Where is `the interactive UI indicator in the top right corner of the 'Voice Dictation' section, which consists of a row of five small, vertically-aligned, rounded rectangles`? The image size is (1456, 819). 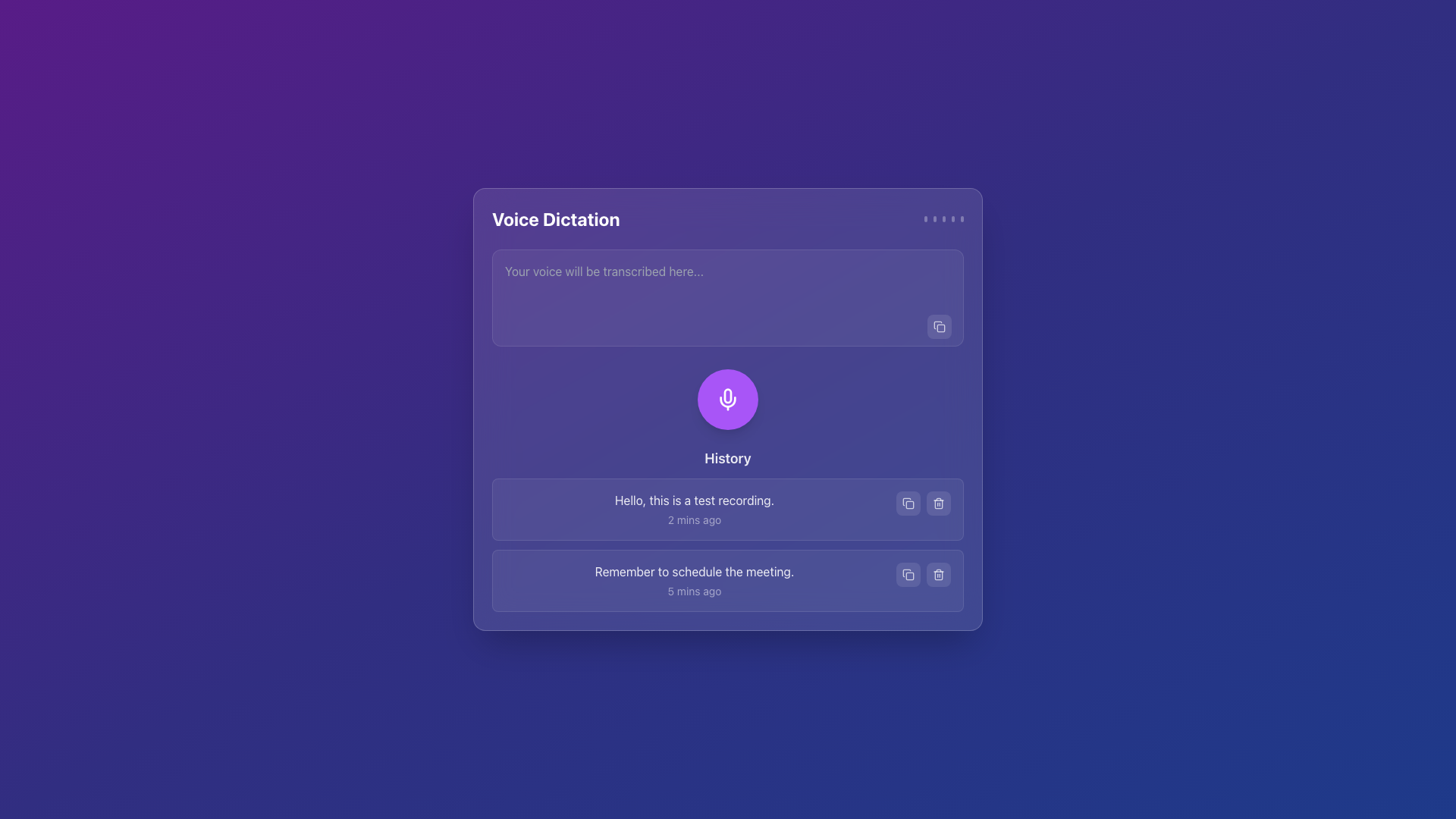 the interactive UI indicator in the top right corner of the 'Voice Dictation' section, which consists of a row of five small, vertically-aligned, rounded rectangles is located at coordinates (943, 219).